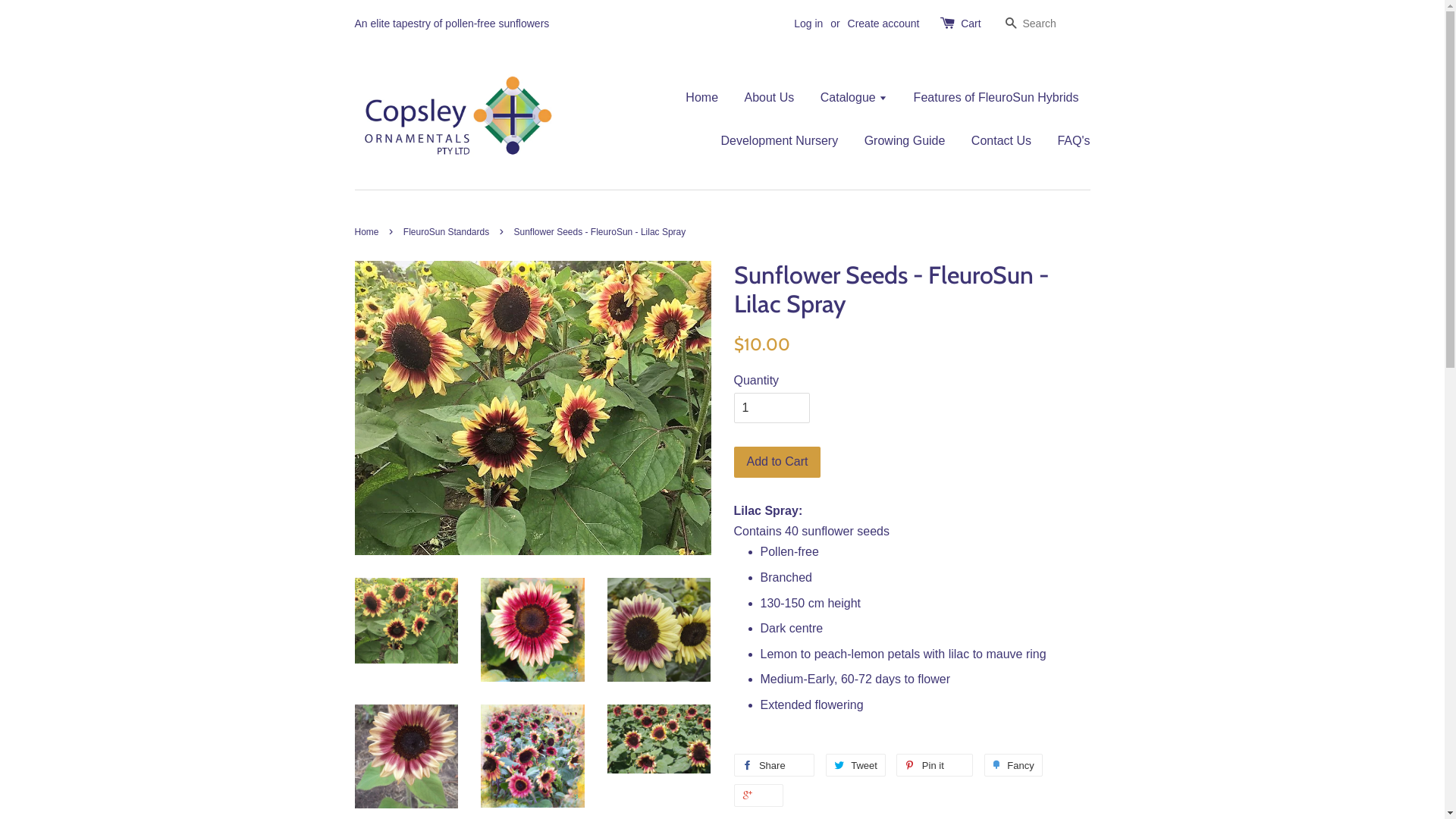 This screenshot has width=1456, height=819. I want to click on 'Contact Us', so click(1001, 140).